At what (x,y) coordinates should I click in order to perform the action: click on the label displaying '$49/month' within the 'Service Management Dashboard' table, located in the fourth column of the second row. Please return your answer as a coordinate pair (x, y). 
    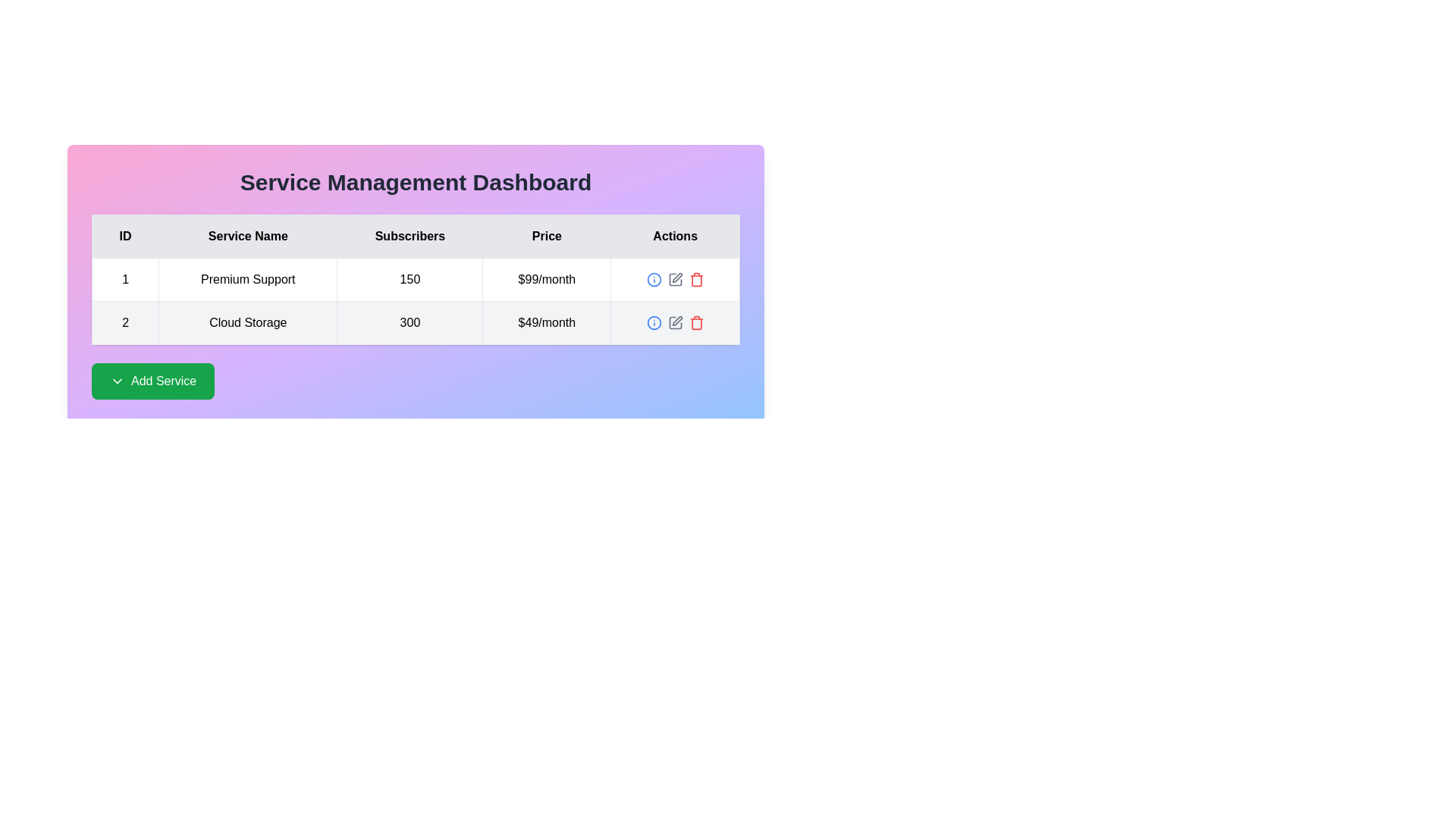
    Looking at the image, I should click on (546, 322).